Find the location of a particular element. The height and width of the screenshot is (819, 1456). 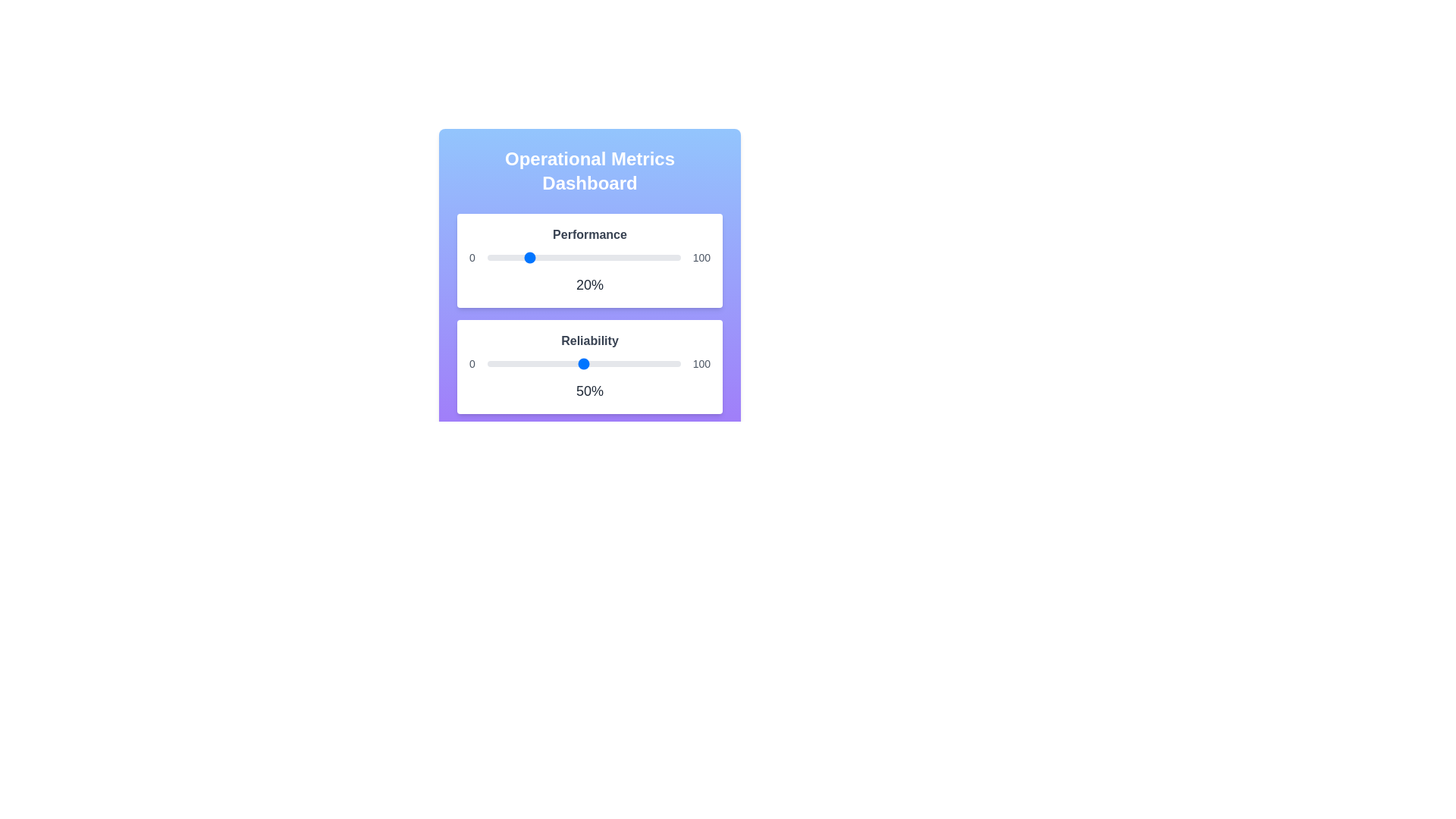

the slider value is located at coordinates (668, 256).